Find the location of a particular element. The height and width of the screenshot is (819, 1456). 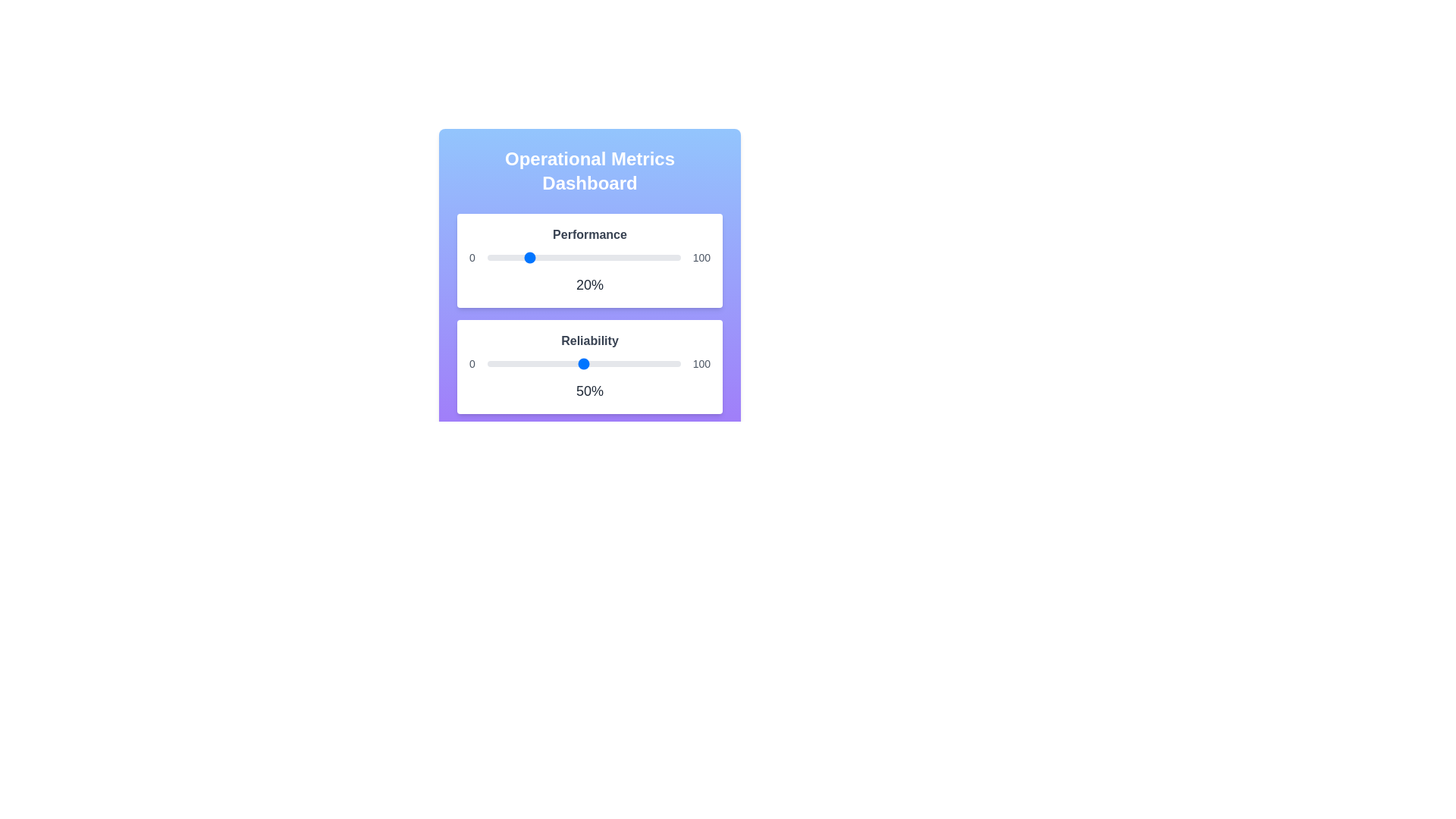

the slider value is located at coordinates (668, 256).